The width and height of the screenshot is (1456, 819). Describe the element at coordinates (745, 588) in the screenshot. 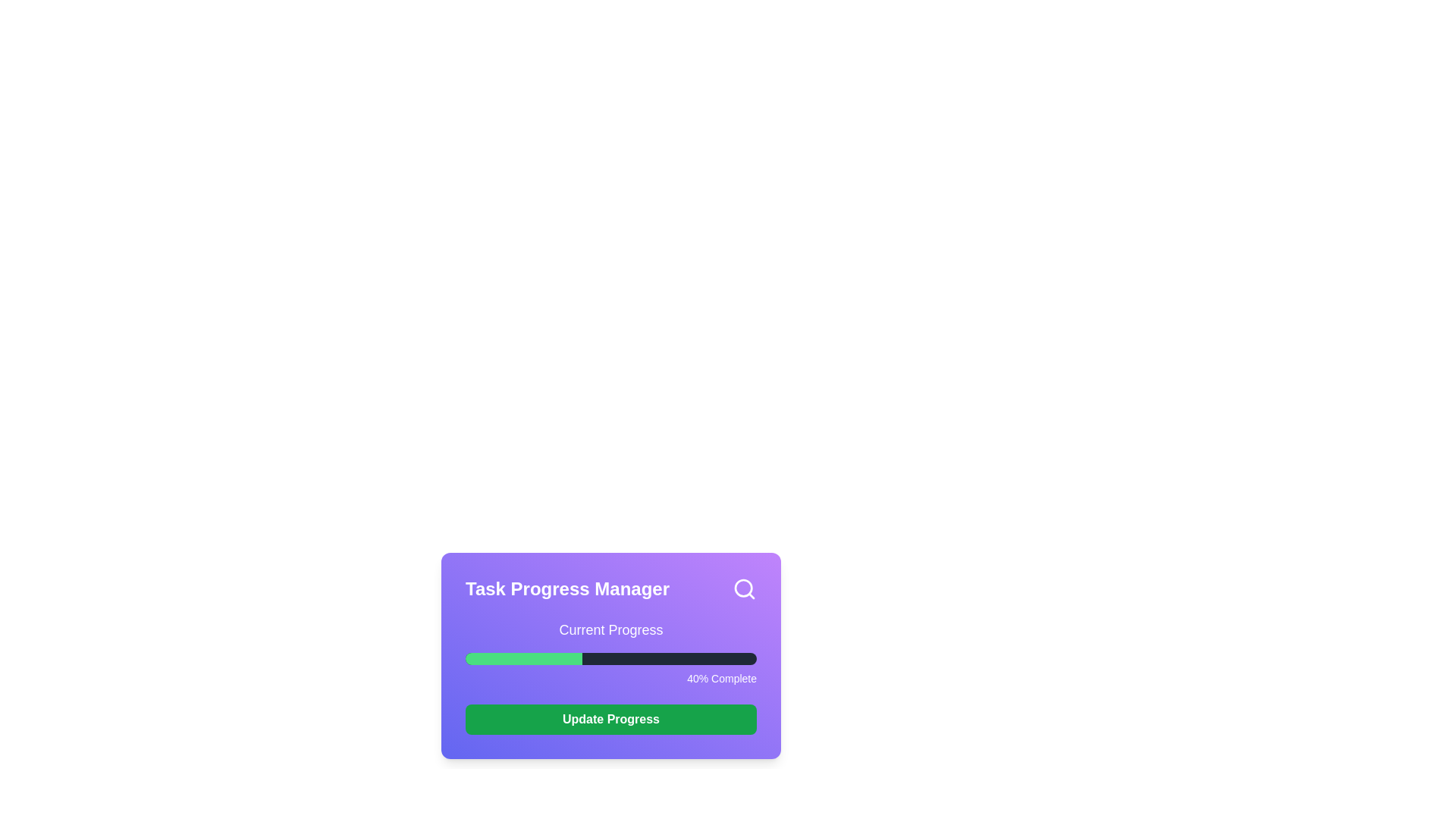

I see `the search action trigger icon located in the header section labeled 'Task Progress Manager'` at that location.